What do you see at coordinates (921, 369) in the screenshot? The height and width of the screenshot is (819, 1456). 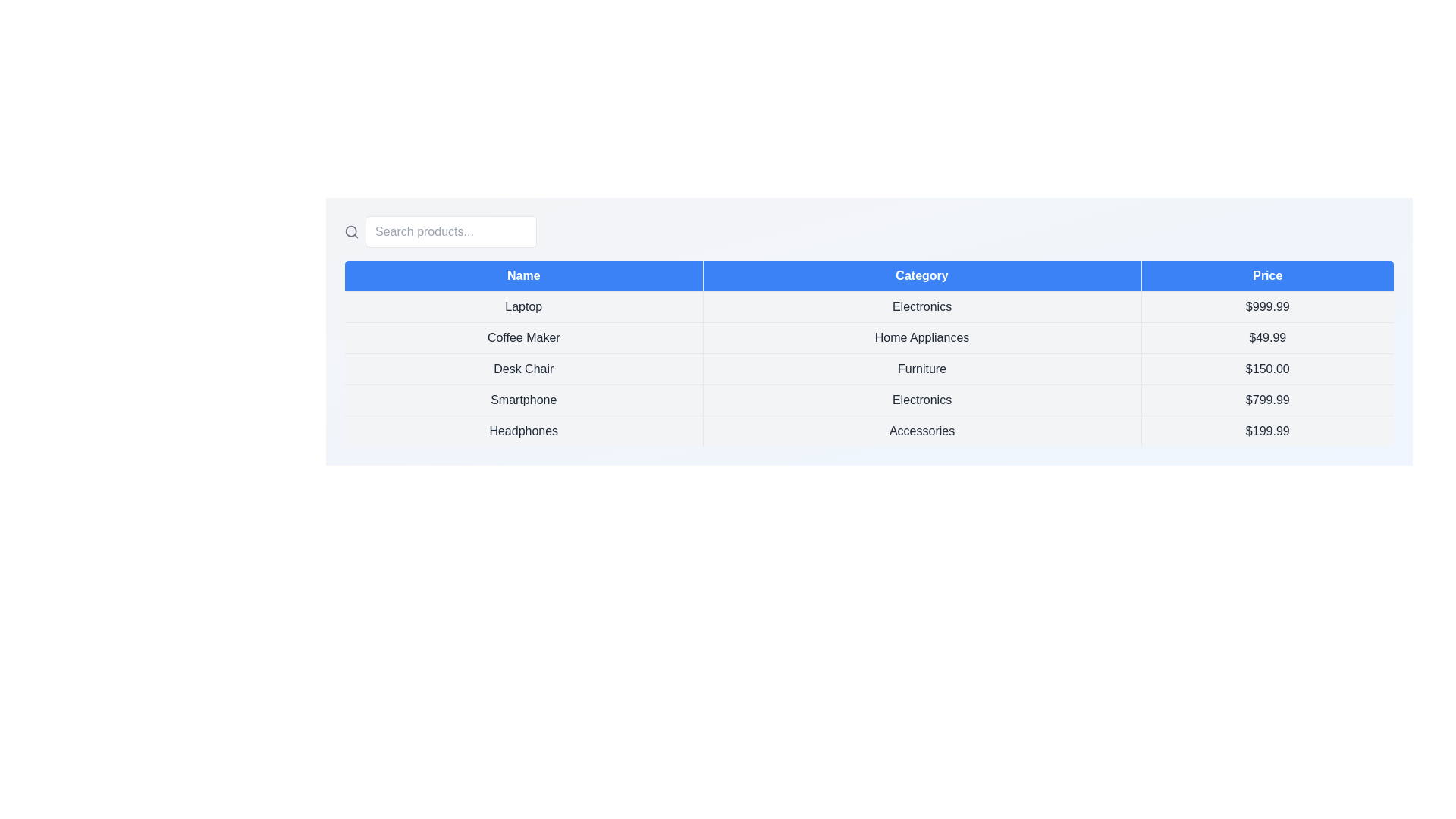 I see `the 'Furniture' text label located in the second column under the 'Category' header for the 'Desk Chair' item` at bounding box center [921, 369].